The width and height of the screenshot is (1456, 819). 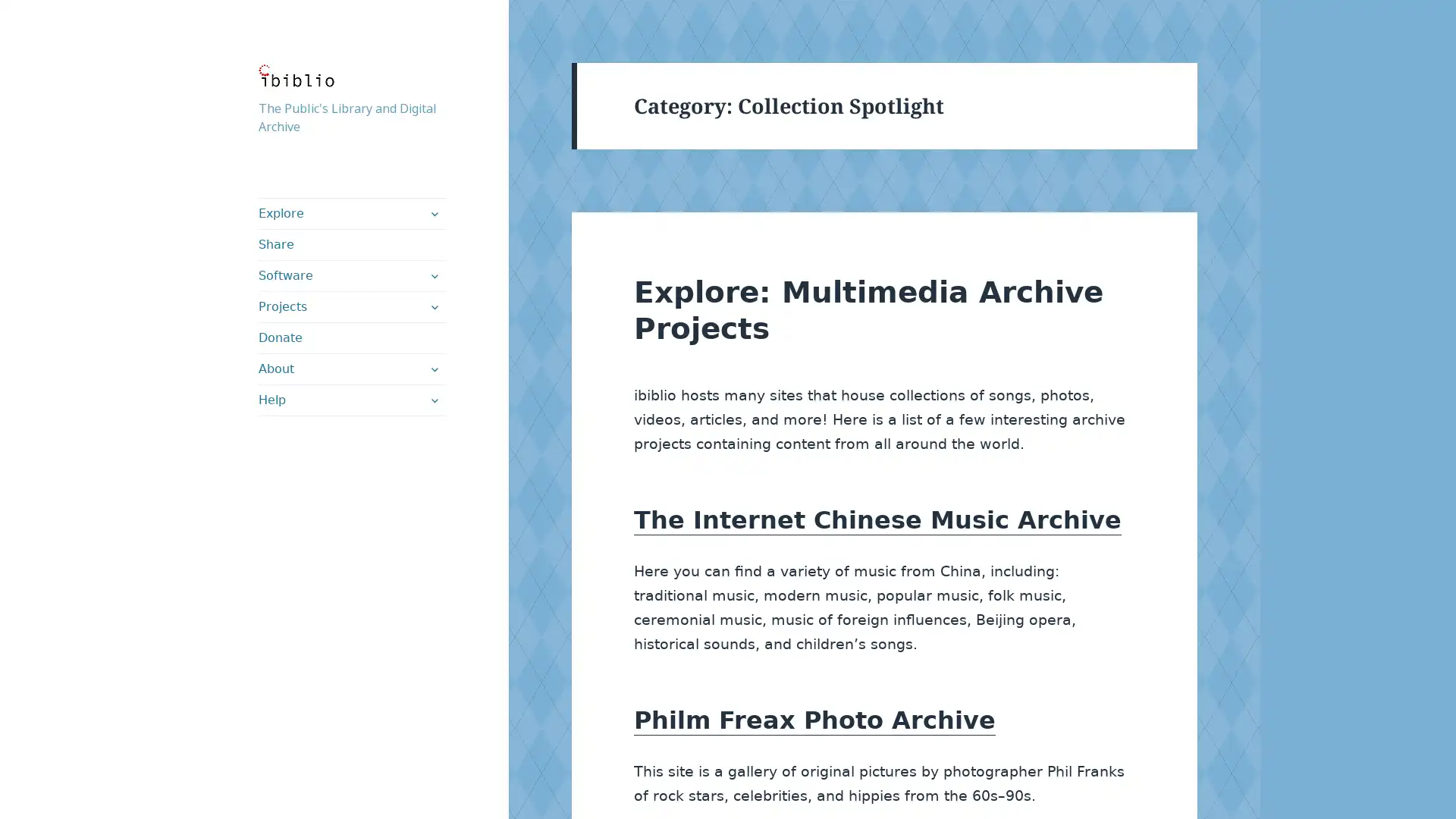 What do you see at coordinates (432, 275) in the screenshot?
I see `expand child menu` at bounding box center [432, 275].